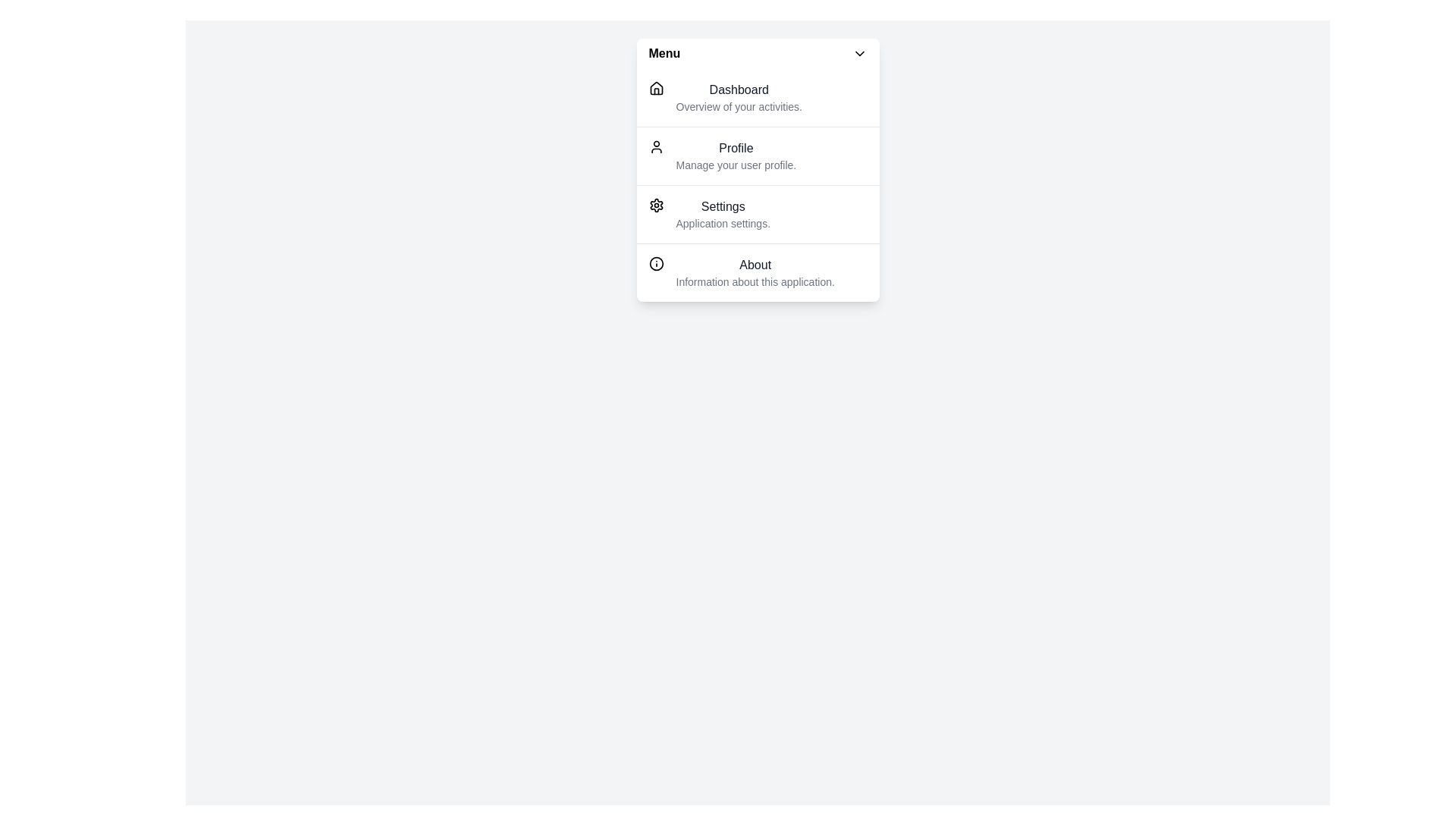  Describe the element at coordinates (758, 97) in the screenshot. I see `the menu item labeled Dashboard` at that location.